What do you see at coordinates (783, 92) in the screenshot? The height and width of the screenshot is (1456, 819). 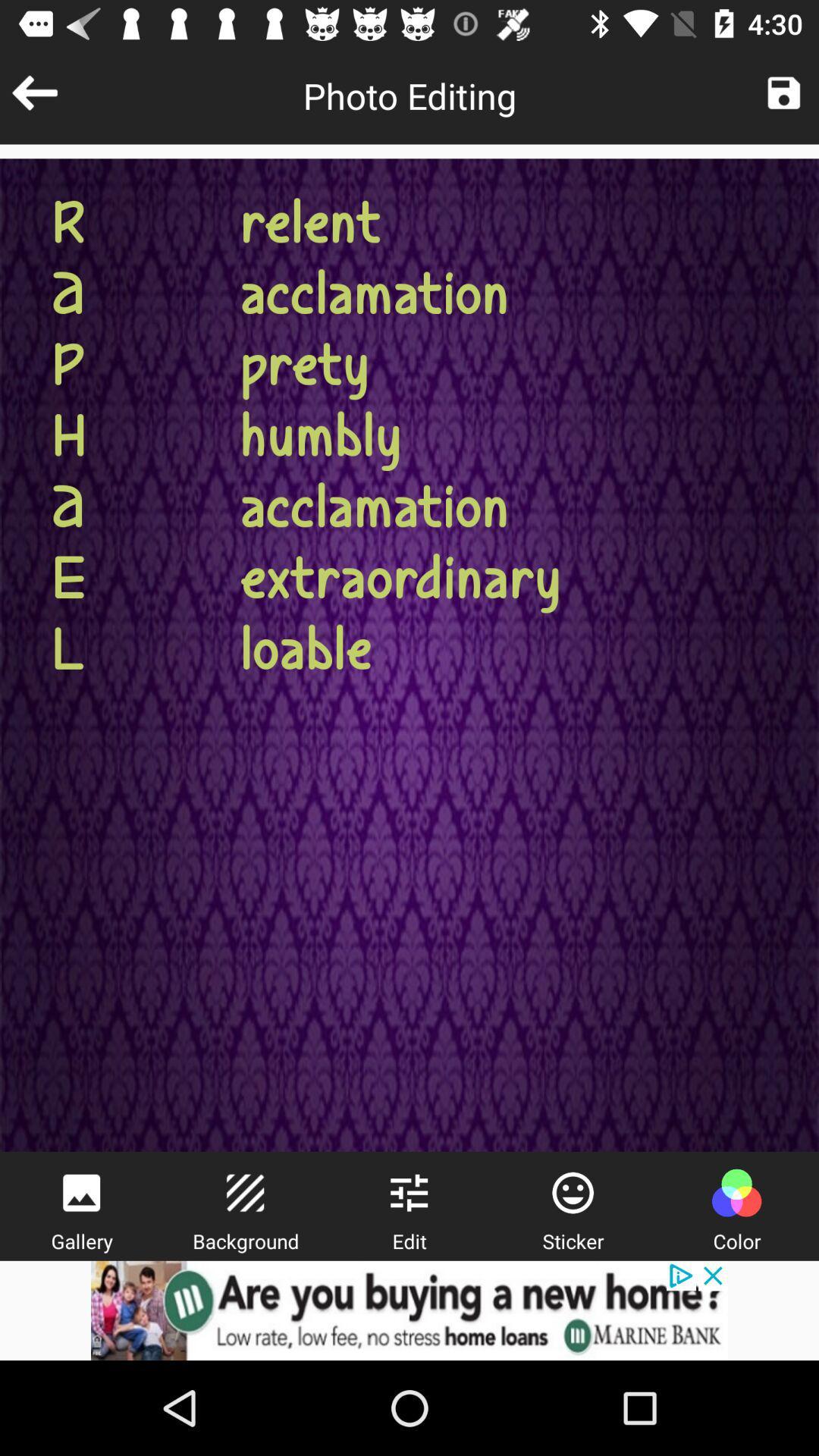 I see `the photo` at bounding box center [783, 92].